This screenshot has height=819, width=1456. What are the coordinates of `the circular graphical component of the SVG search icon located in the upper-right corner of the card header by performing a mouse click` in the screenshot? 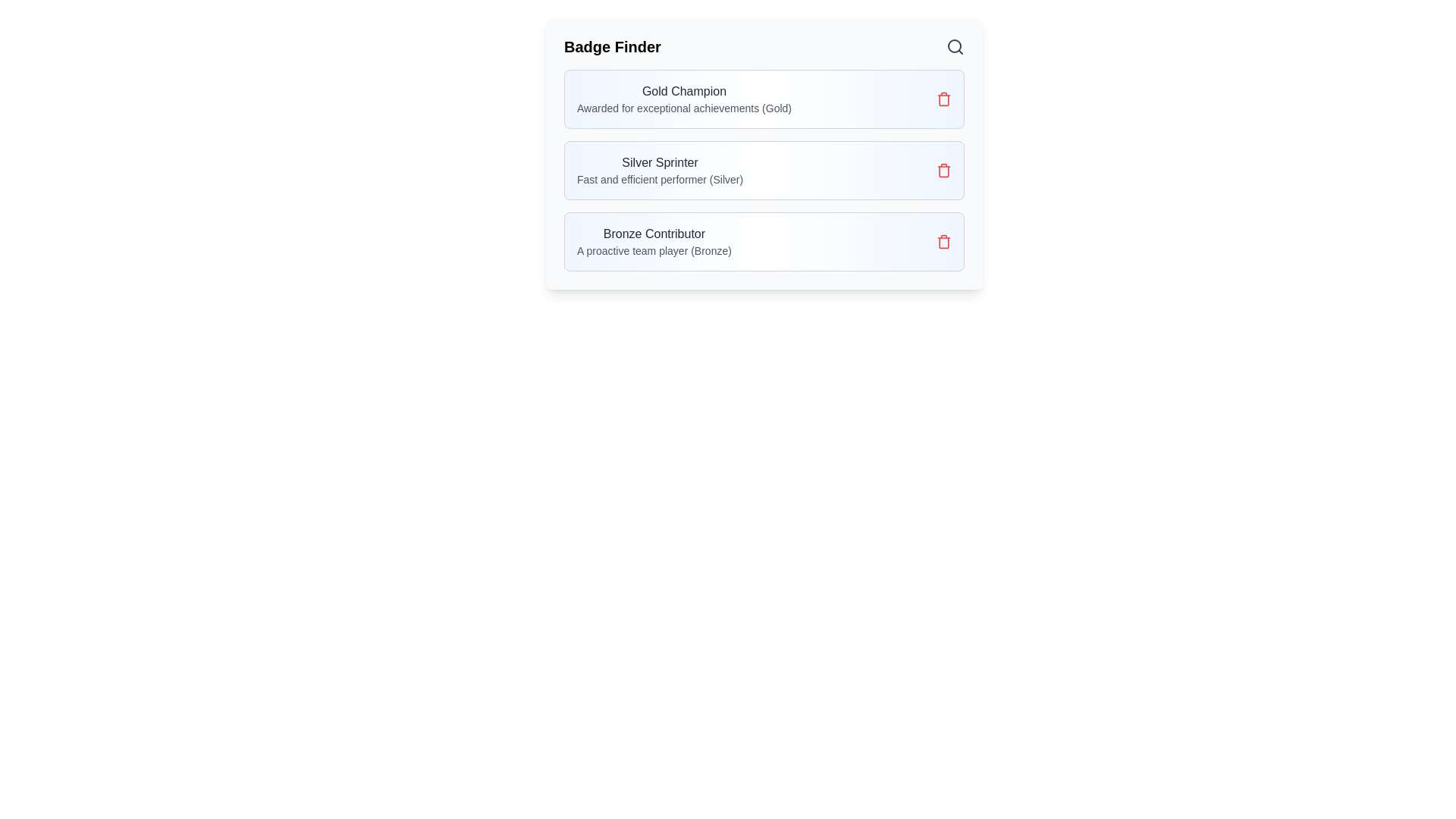 It's located at (953, 45).